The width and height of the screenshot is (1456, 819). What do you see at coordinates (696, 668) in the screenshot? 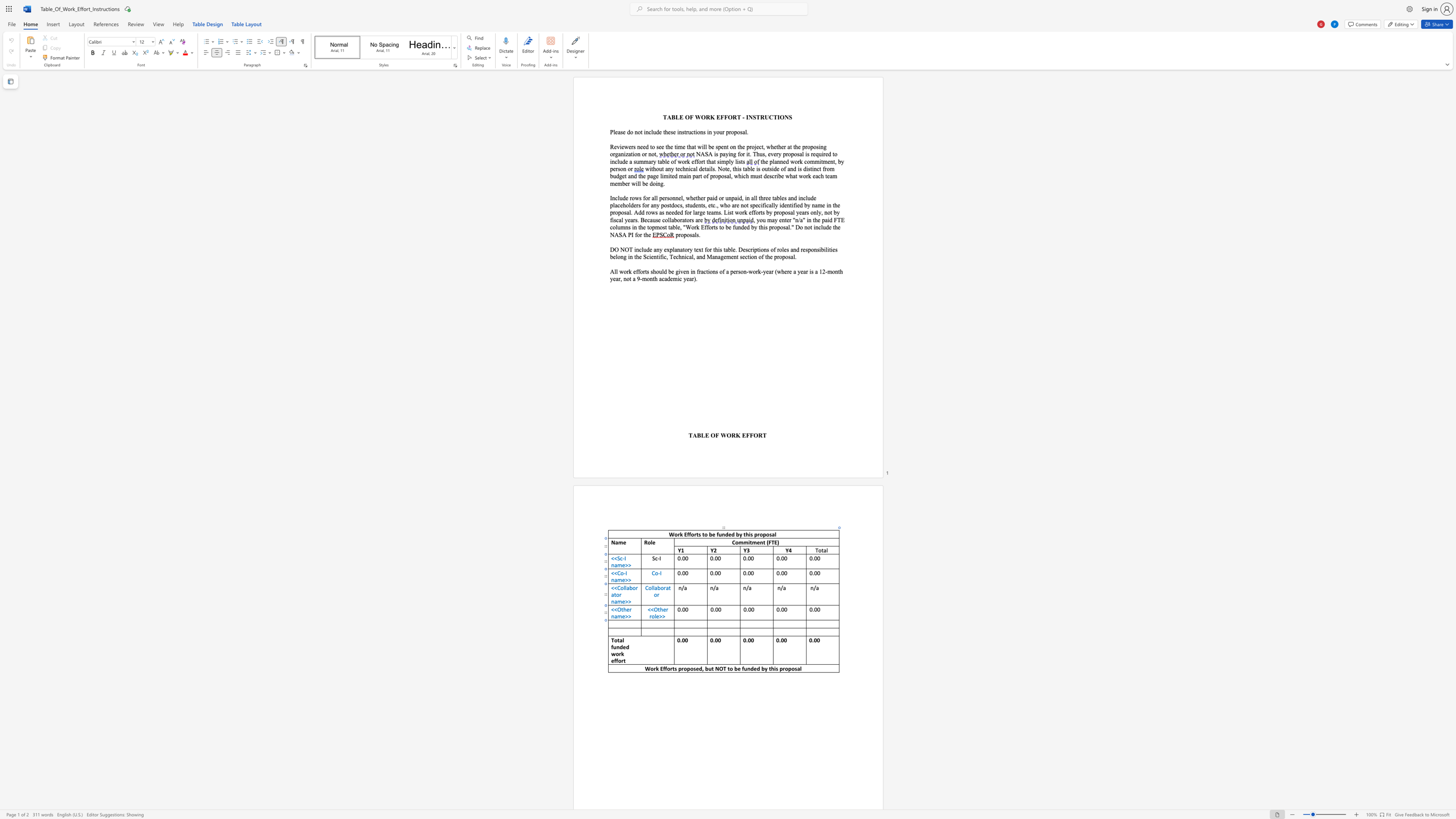
I see `the space between the continuous character "s" and "e" in the text` at bounding box center [696, 668].